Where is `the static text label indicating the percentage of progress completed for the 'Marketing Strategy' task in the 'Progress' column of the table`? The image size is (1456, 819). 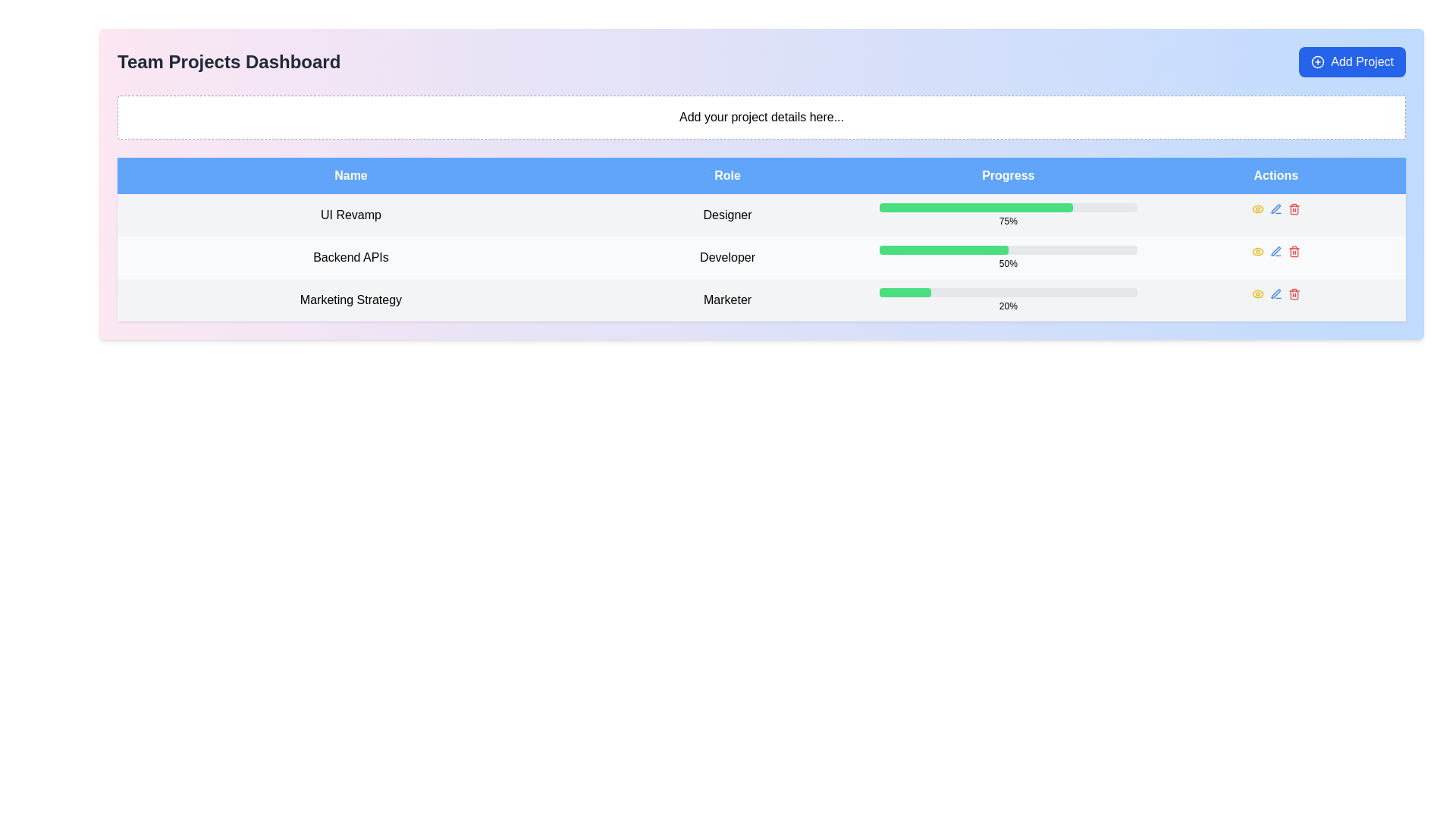
the static text label indicating the percentage of progress completed for the 'Marketing Strategy' task in the 'Progress' column of the table is located at coordinates (1008, 306).